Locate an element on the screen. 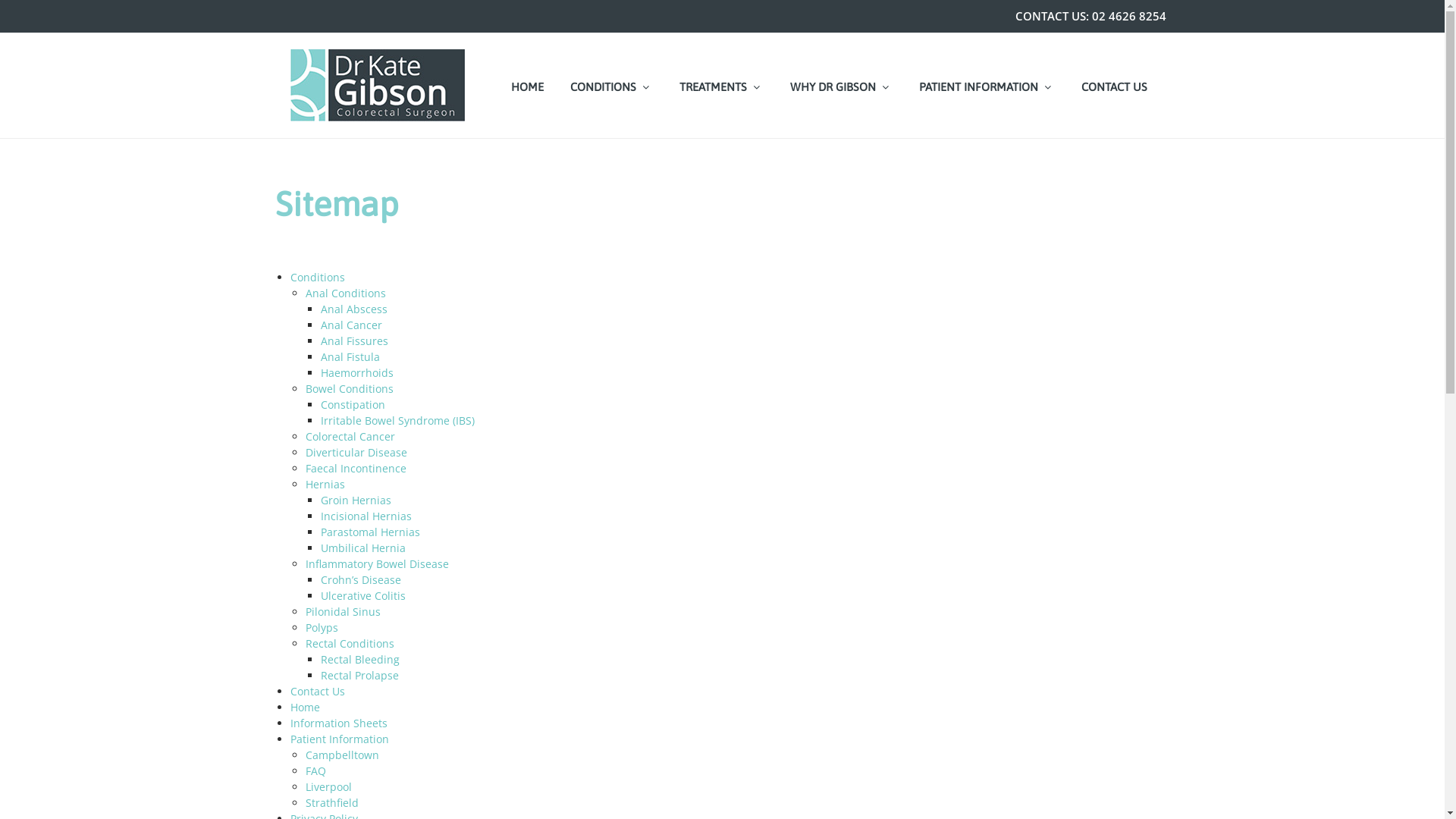  'Campbelltown' is located at coordinates (340, 755).